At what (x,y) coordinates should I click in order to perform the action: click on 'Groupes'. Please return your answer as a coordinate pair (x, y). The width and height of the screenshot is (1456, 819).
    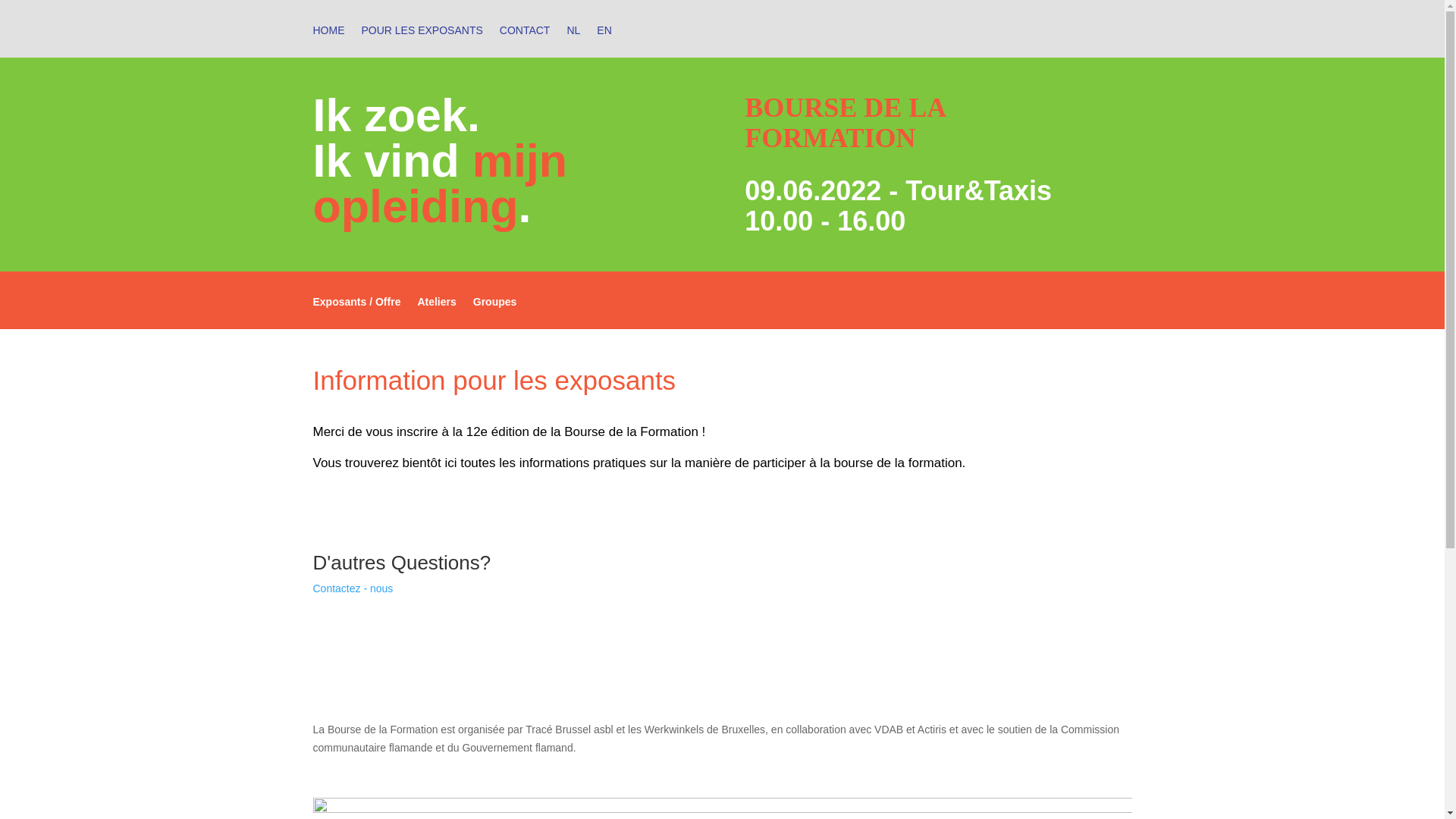
    Looking at the image, I should click on (472, 312).